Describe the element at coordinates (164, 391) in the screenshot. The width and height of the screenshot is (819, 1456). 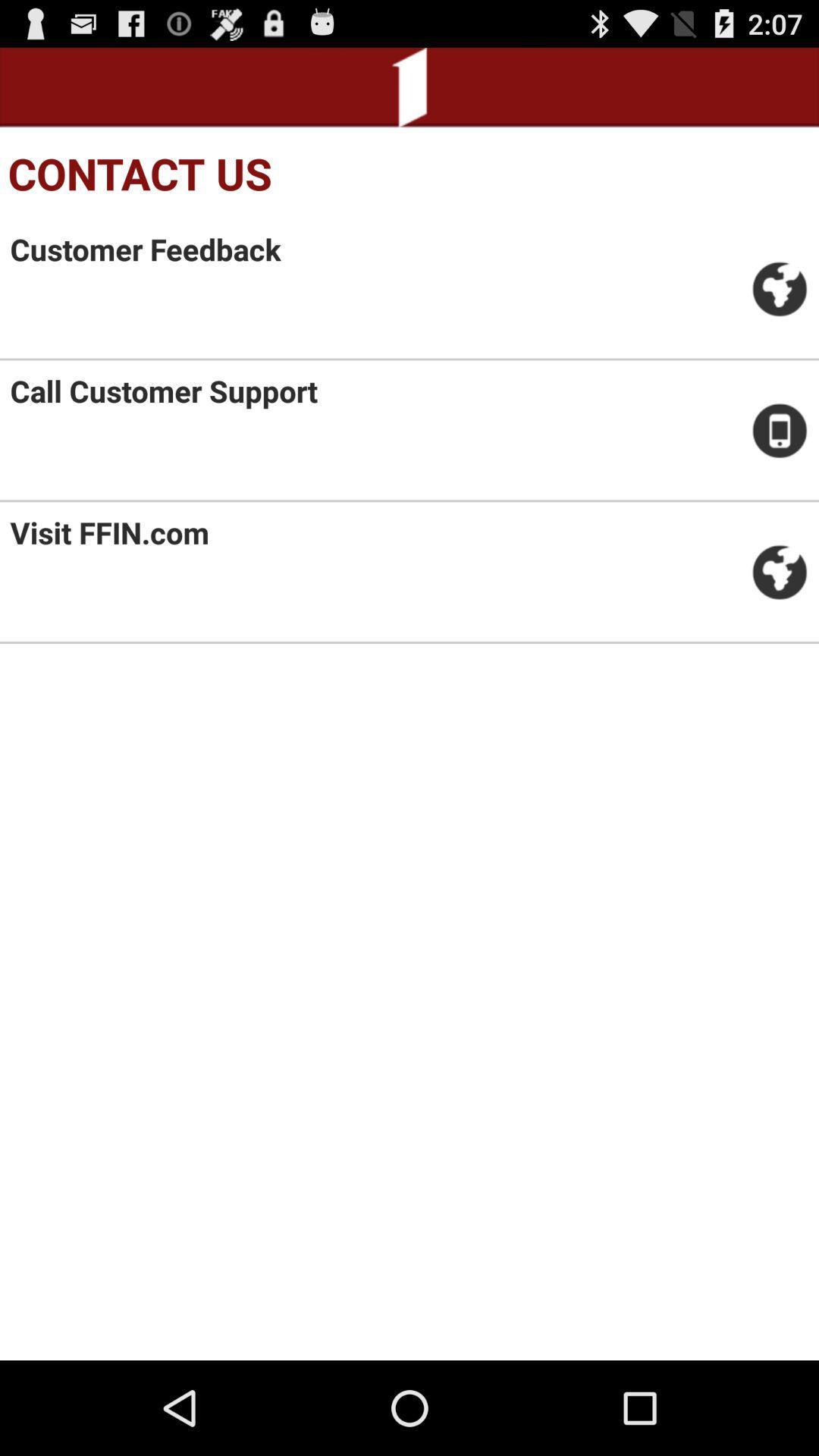
I see `the item below the customer feedback` at that location.